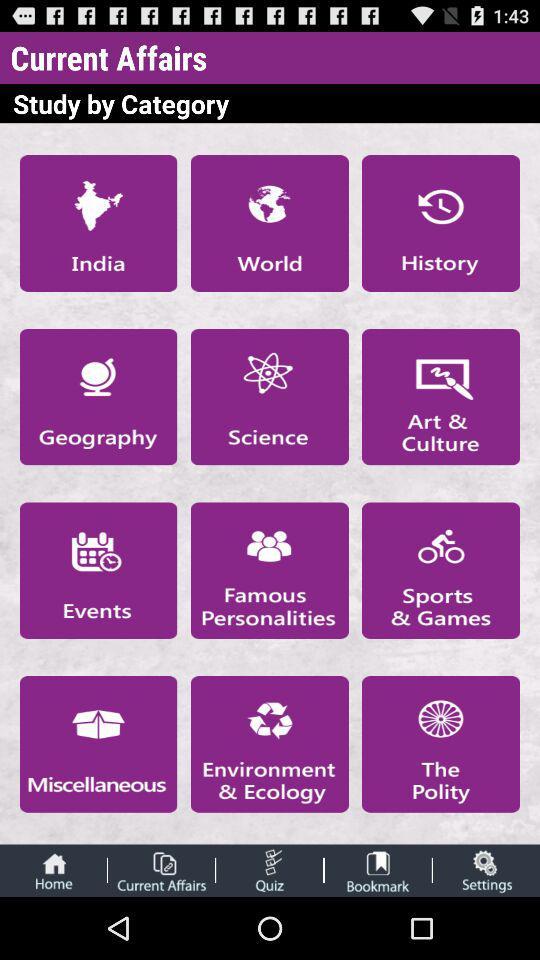 The image size is (540, 960). What do you see at coordinates (97, 743) in the screenshot?
I see `miscellaneous category` at bounding box center [97, 743].